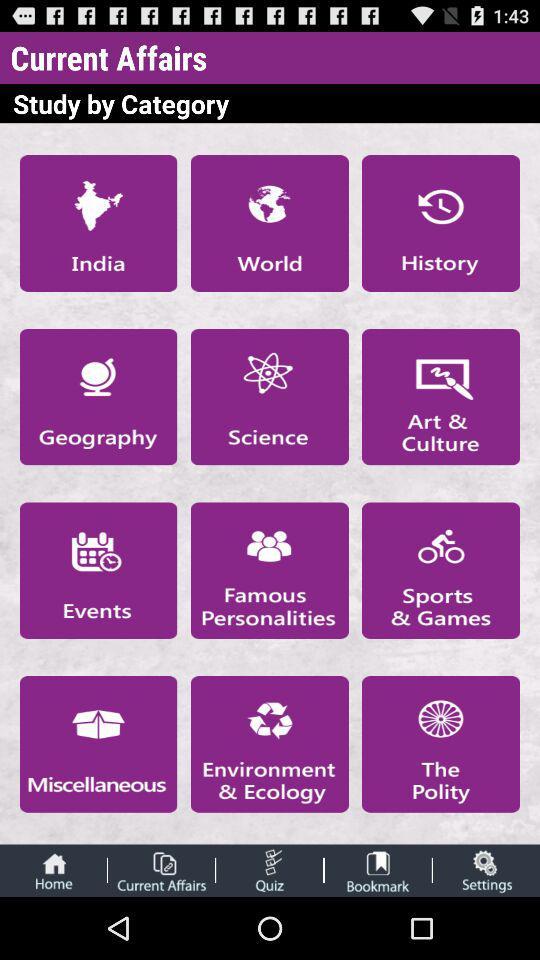 The image size is (540, 960). What do you see at coordinates (97, 743) in the screenshot?
I see `miscellaneous category` at bounding box center [97, 743].